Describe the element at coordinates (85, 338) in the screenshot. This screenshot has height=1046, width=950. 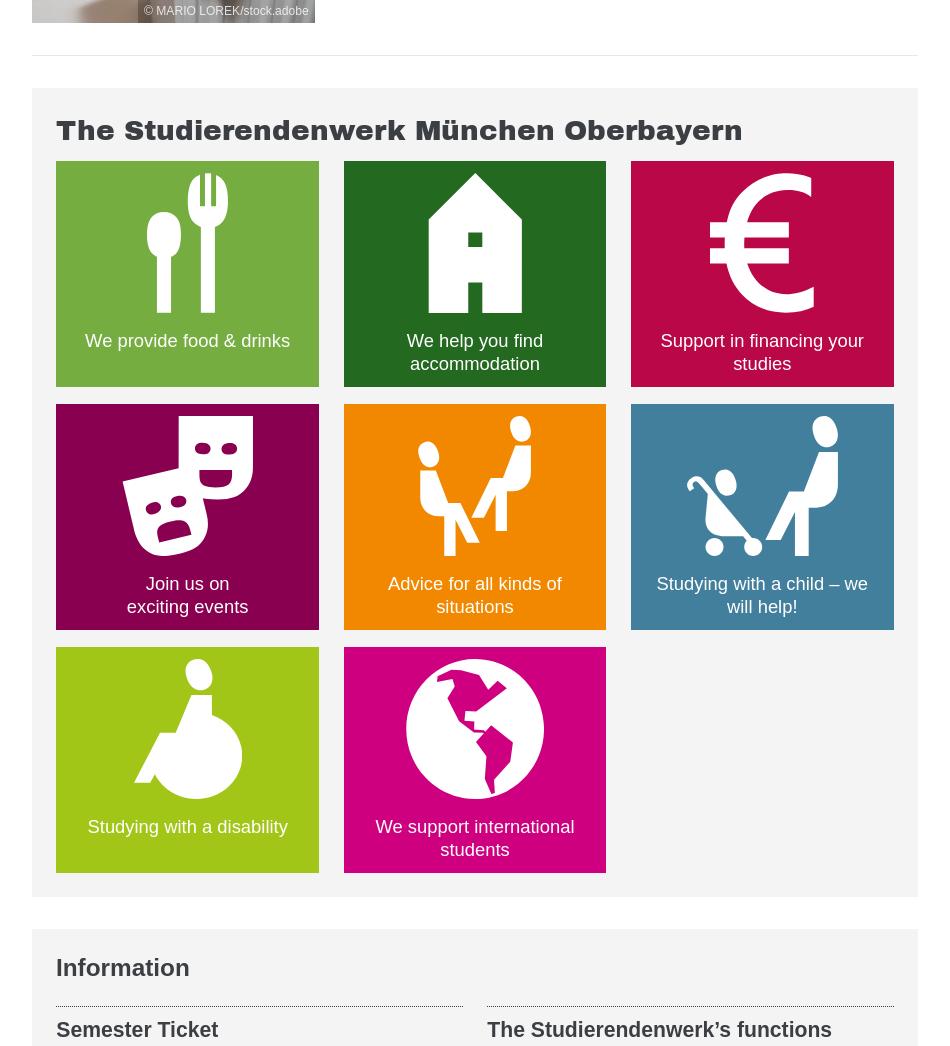
I see `'We provide food & drinks'` at that location.